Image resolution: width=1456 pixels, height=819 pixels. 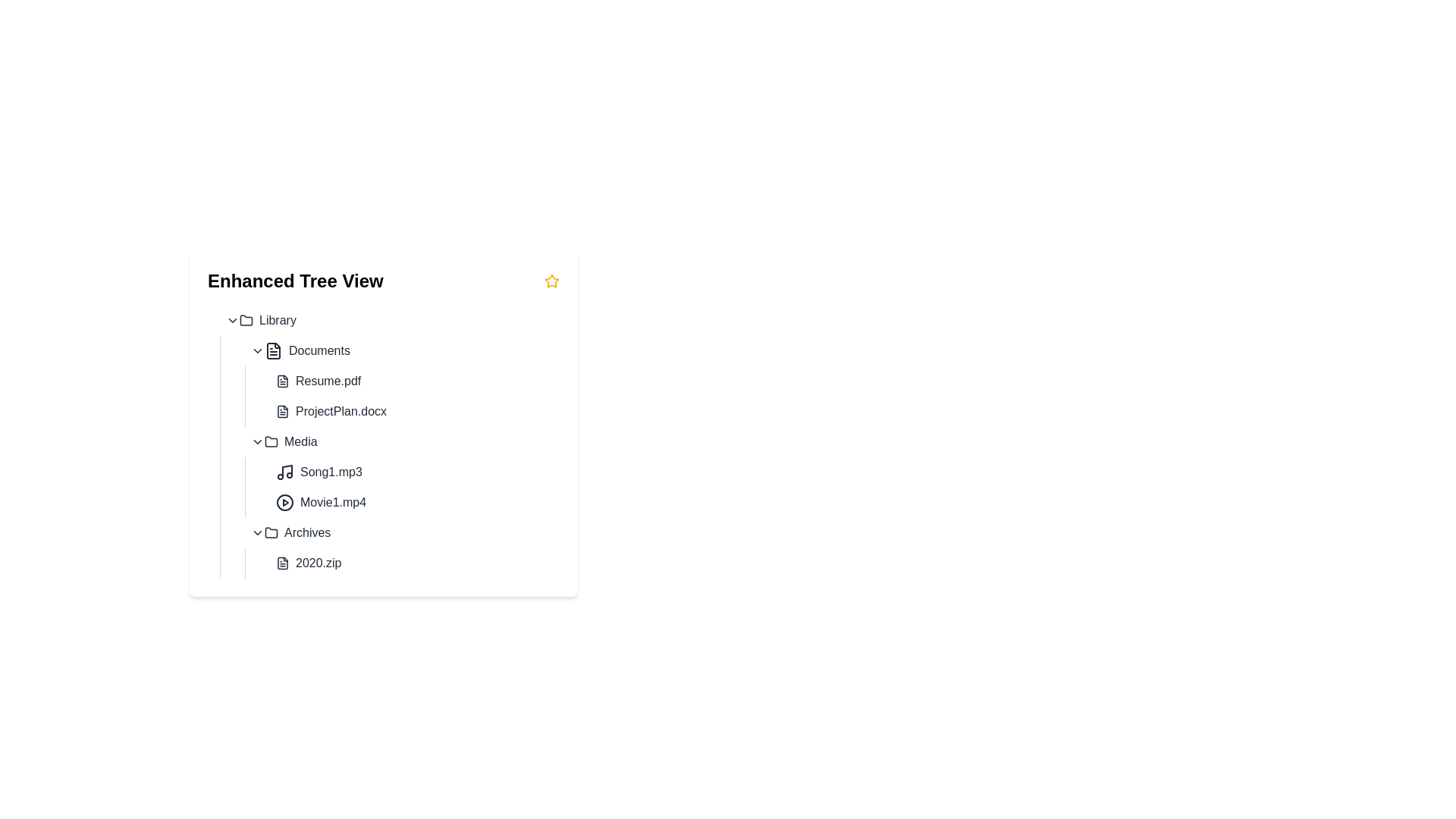 What do you see at coordinates (284, 503) in the screenshot?
I see `the circular play button associated with the file 'Movie1.mp4' to play or preview the media` at bounding box center [284, 503].